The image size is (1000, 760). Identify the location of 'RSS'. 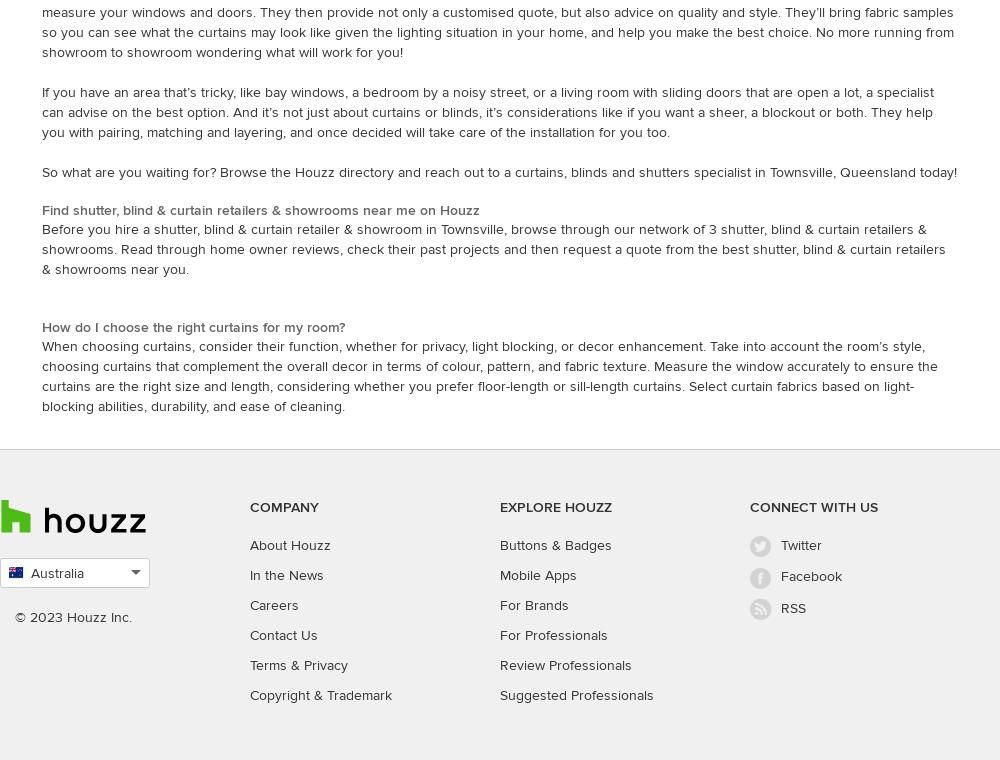
(793, 606).